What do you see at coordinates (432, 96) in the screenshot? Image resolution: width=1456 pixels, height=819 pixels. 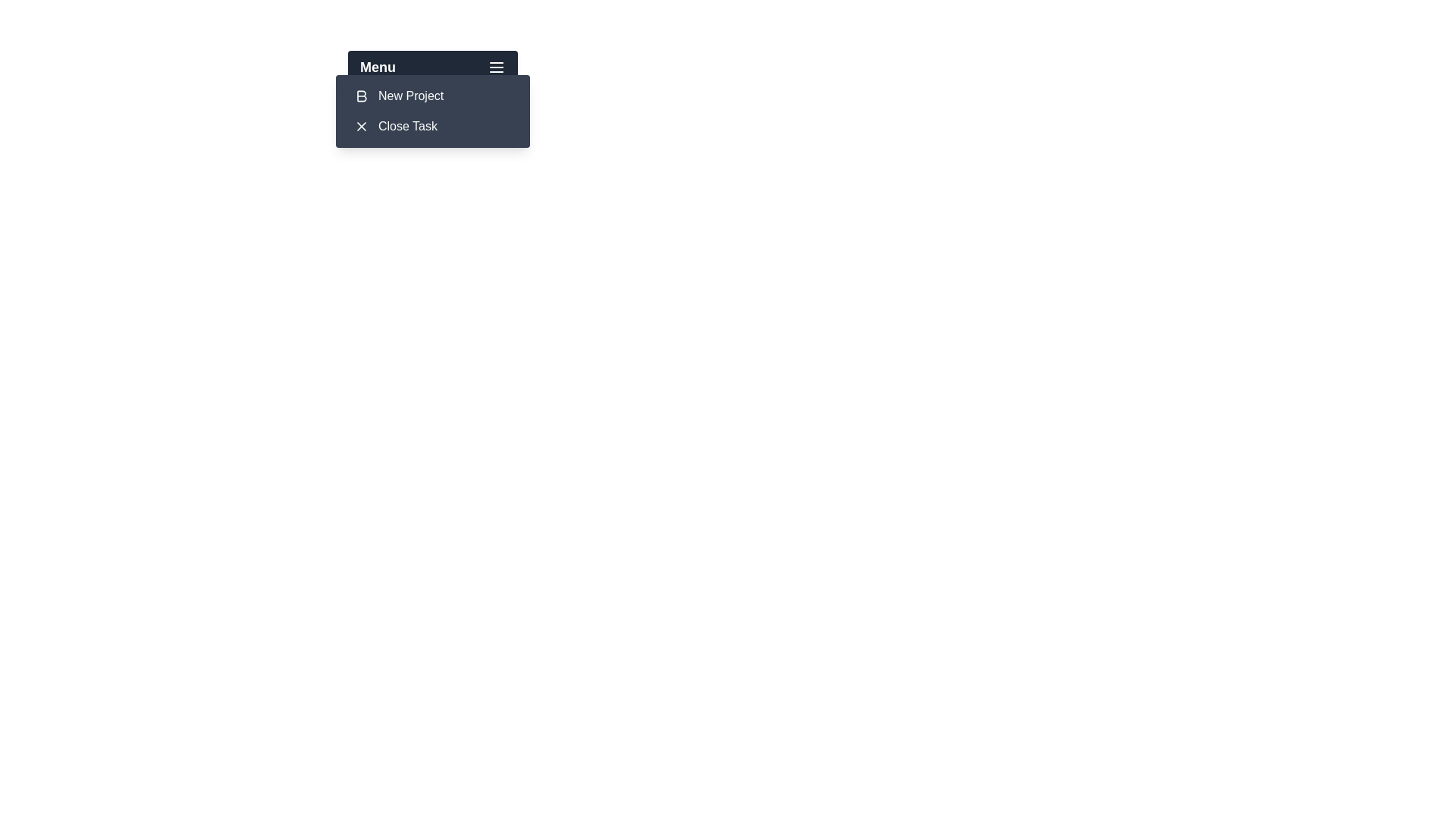 I see `the 'New Project' menu item in the dropdown menu` at bounding box center [432, 96].